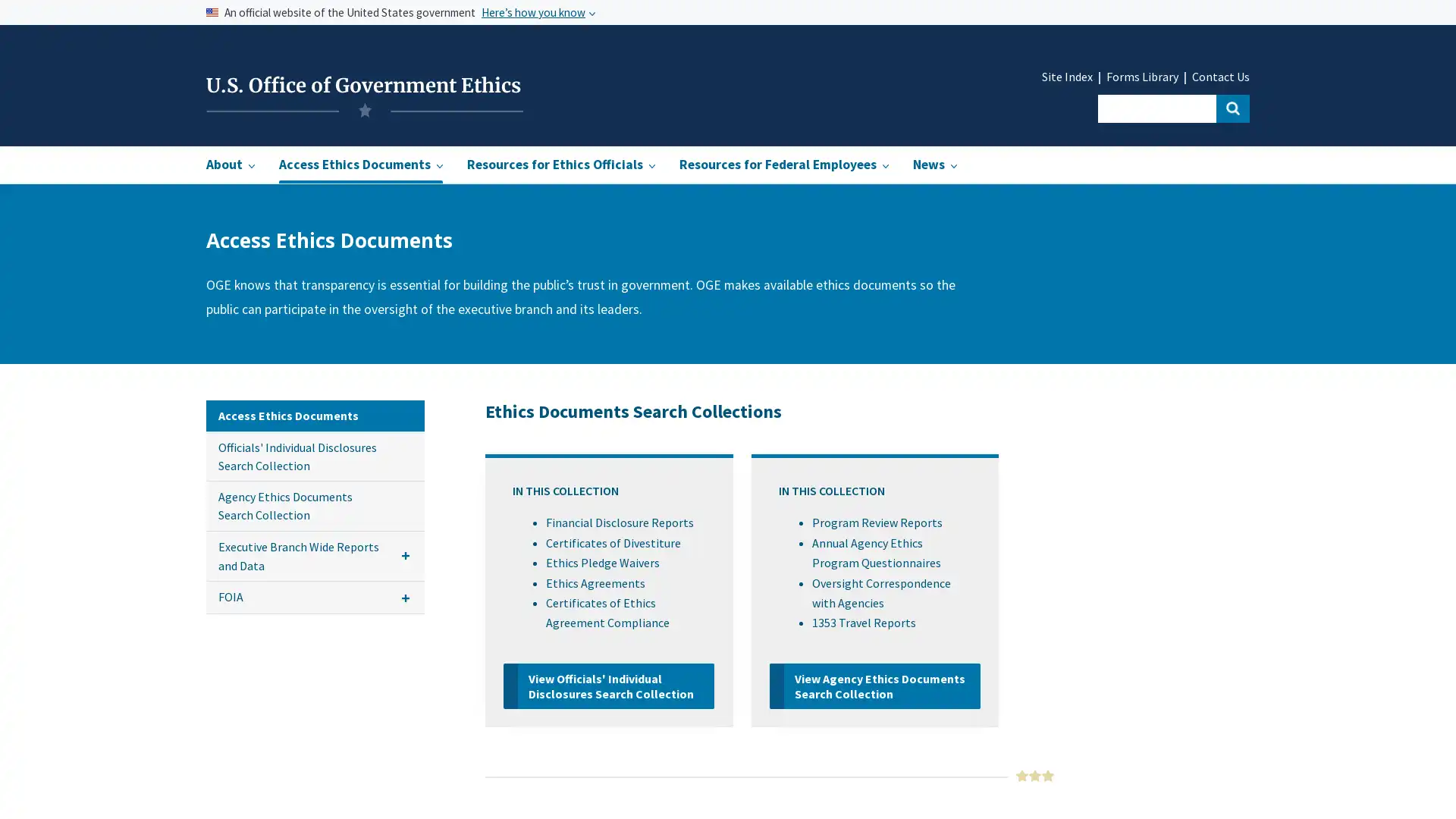 The width and height of the screenshot is (1456, 819). Describe the element at coordinates (359, 164) in the screenshot. I see `Access Ethics Documents` at that location.